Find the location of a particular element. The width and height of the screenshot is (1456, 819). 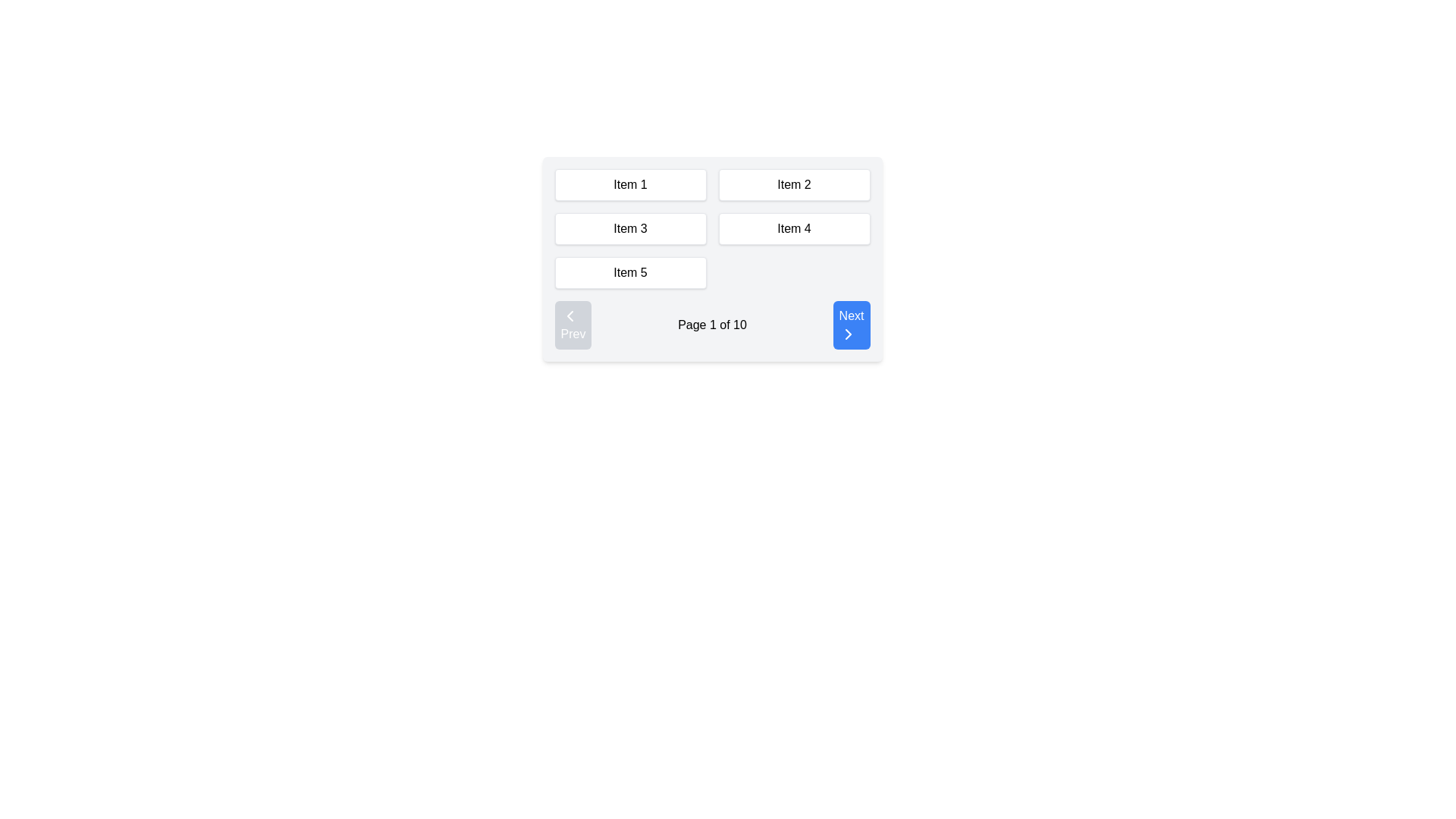

the 'Item 3' button located in the second row and first column of the grid layout is located at coordinates (630, 228).